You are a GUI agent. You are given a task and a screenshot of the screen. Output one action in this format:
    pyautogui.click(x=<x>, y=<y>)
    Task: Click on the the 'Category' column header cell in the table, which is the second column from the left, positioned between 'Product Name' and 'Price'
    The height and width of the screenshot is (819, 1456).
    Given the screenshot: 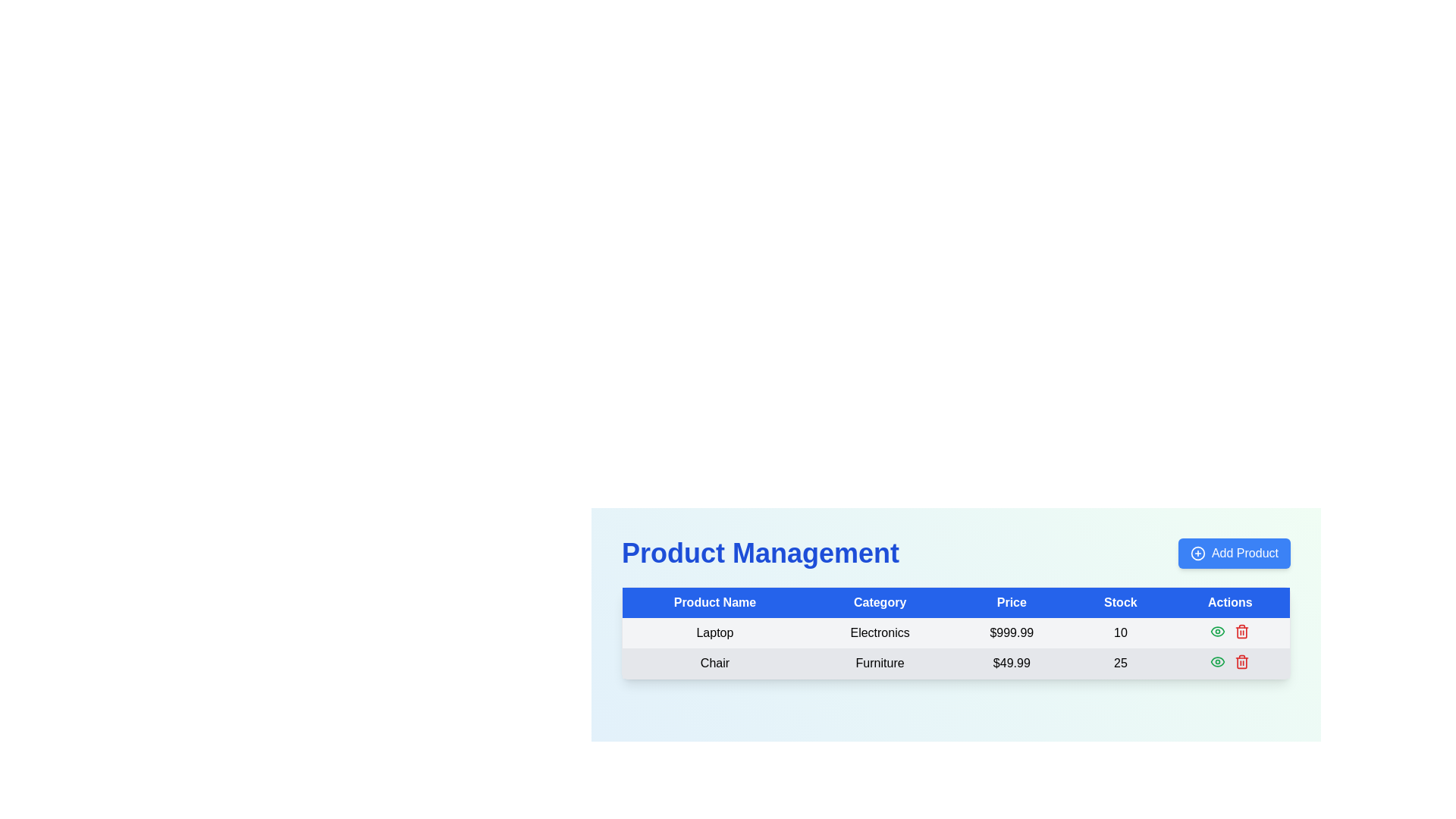 What is the action you would take?
    pyautogui.click(x=880, y=601)
    